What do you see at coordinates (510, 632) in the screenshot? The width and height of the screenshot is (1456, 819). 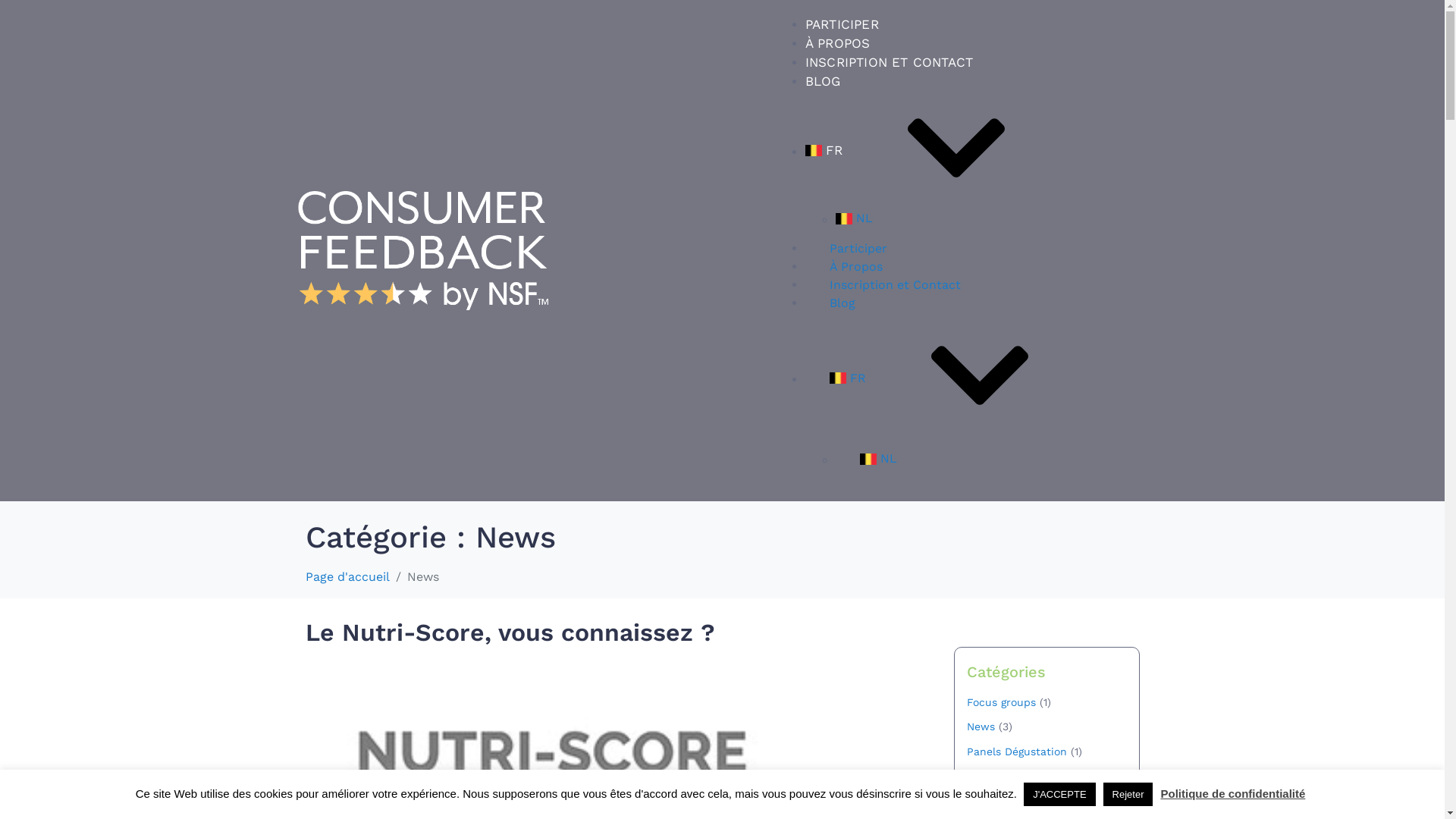 I see `'Le Nutri-Score, vous connaissez ?'` at bounding box center [510, 632].